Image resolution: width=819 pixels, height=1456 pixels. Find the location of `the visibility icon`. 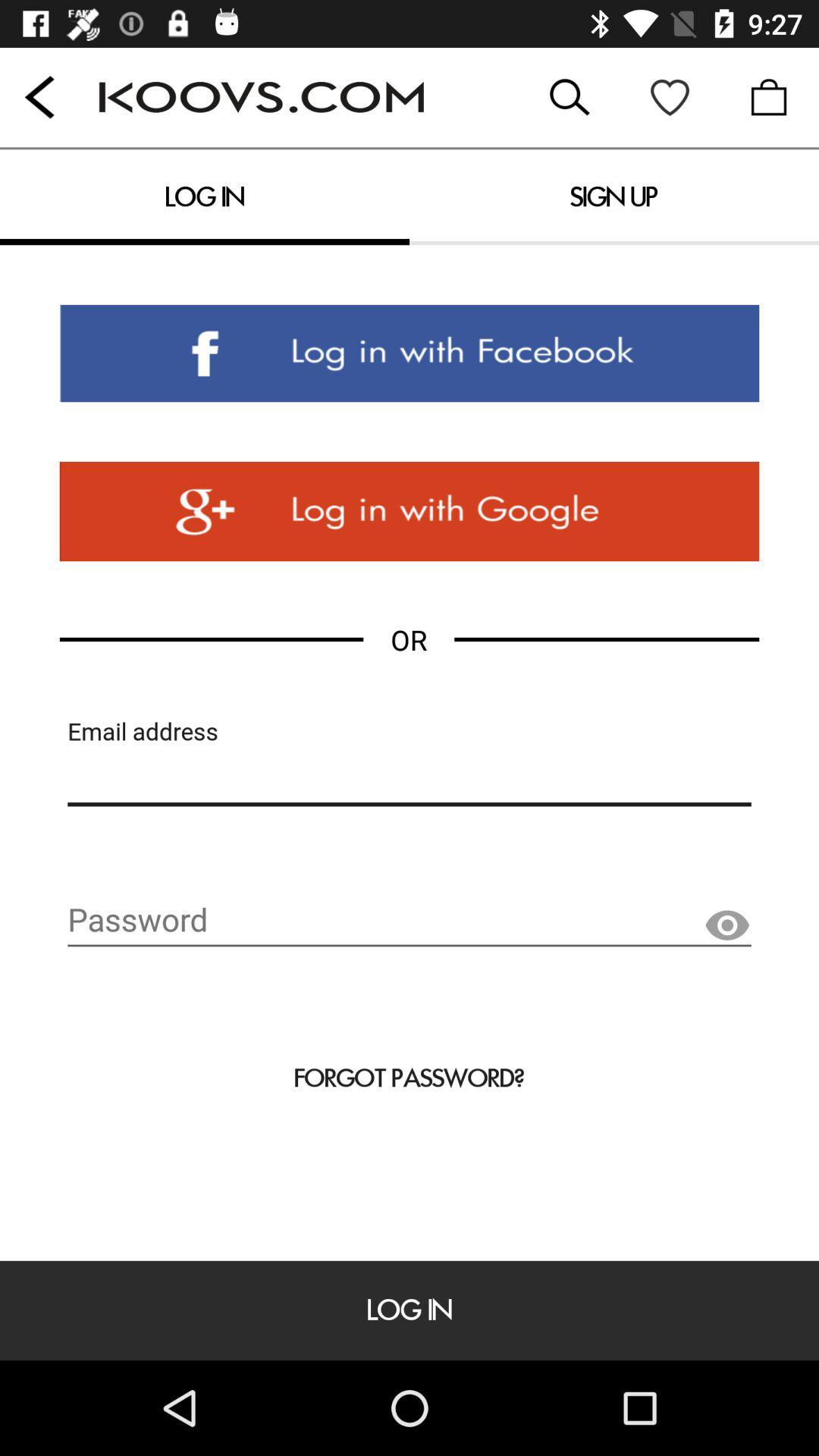

the visibility icon is located at coordinates (726, 925).